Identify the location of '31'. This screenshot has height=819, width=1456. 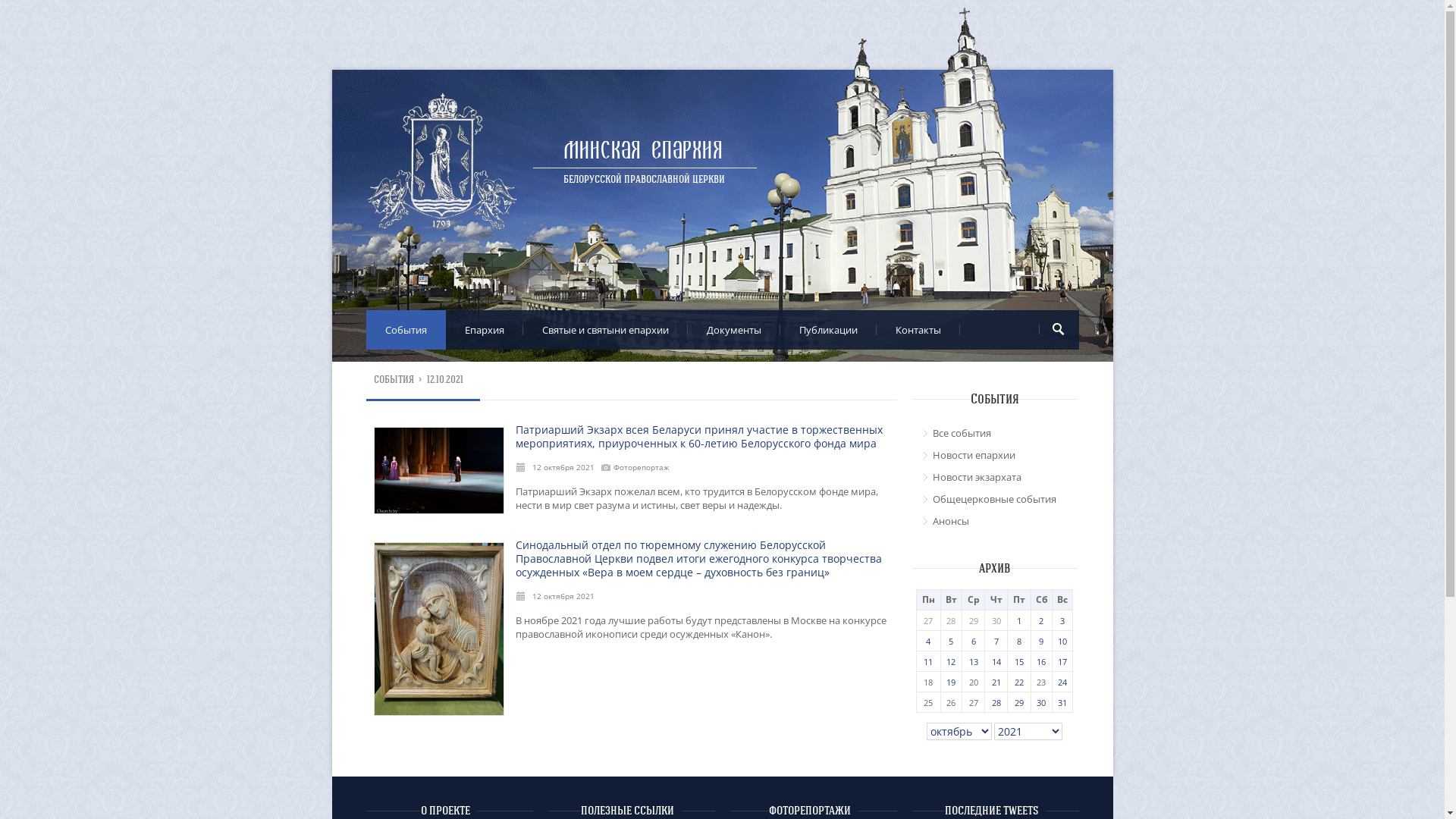
(1062, 701).